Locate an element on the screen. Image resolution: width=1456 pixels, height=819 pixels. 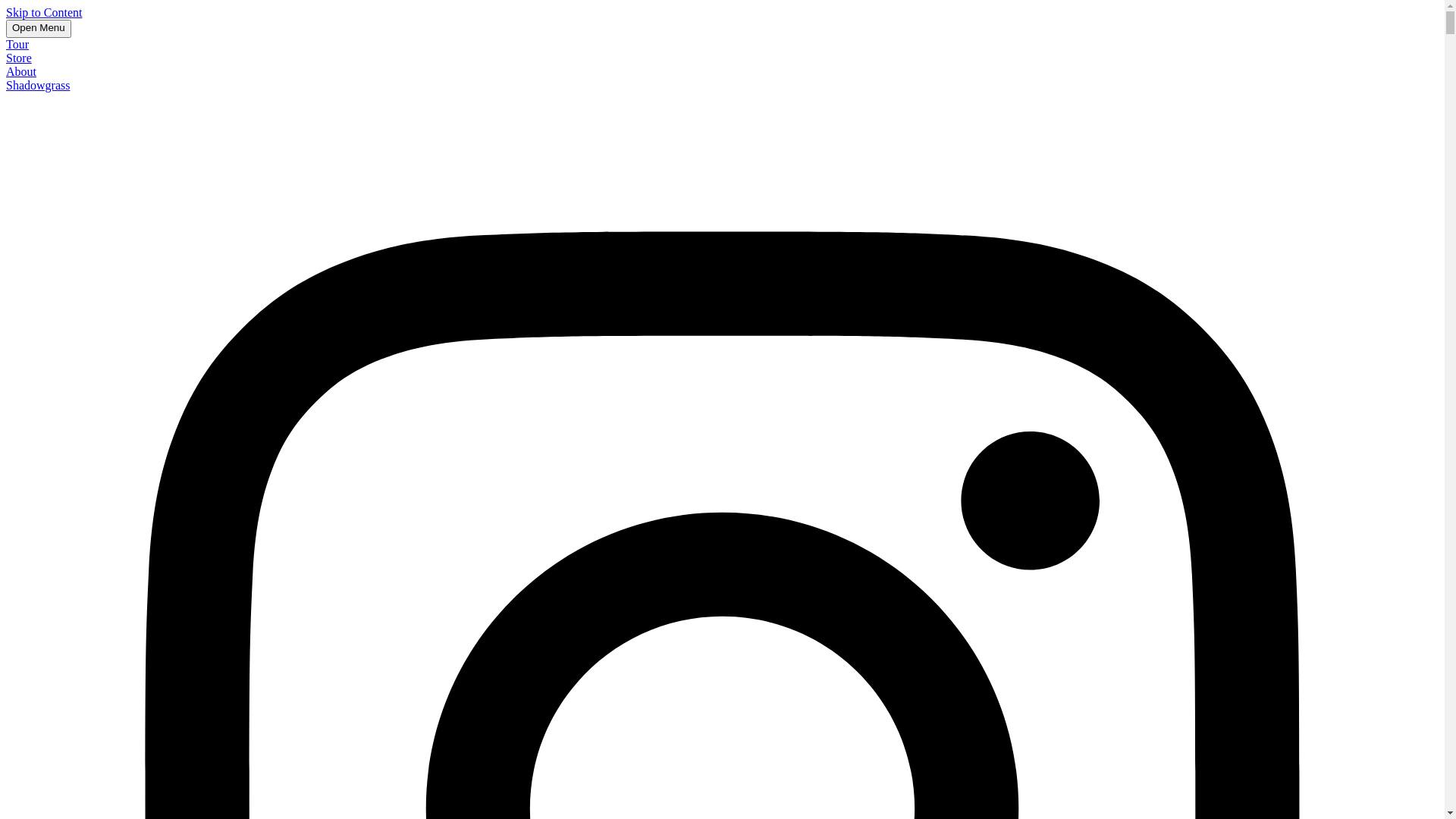
'Open Menu' is located at coordinates (39, 29).